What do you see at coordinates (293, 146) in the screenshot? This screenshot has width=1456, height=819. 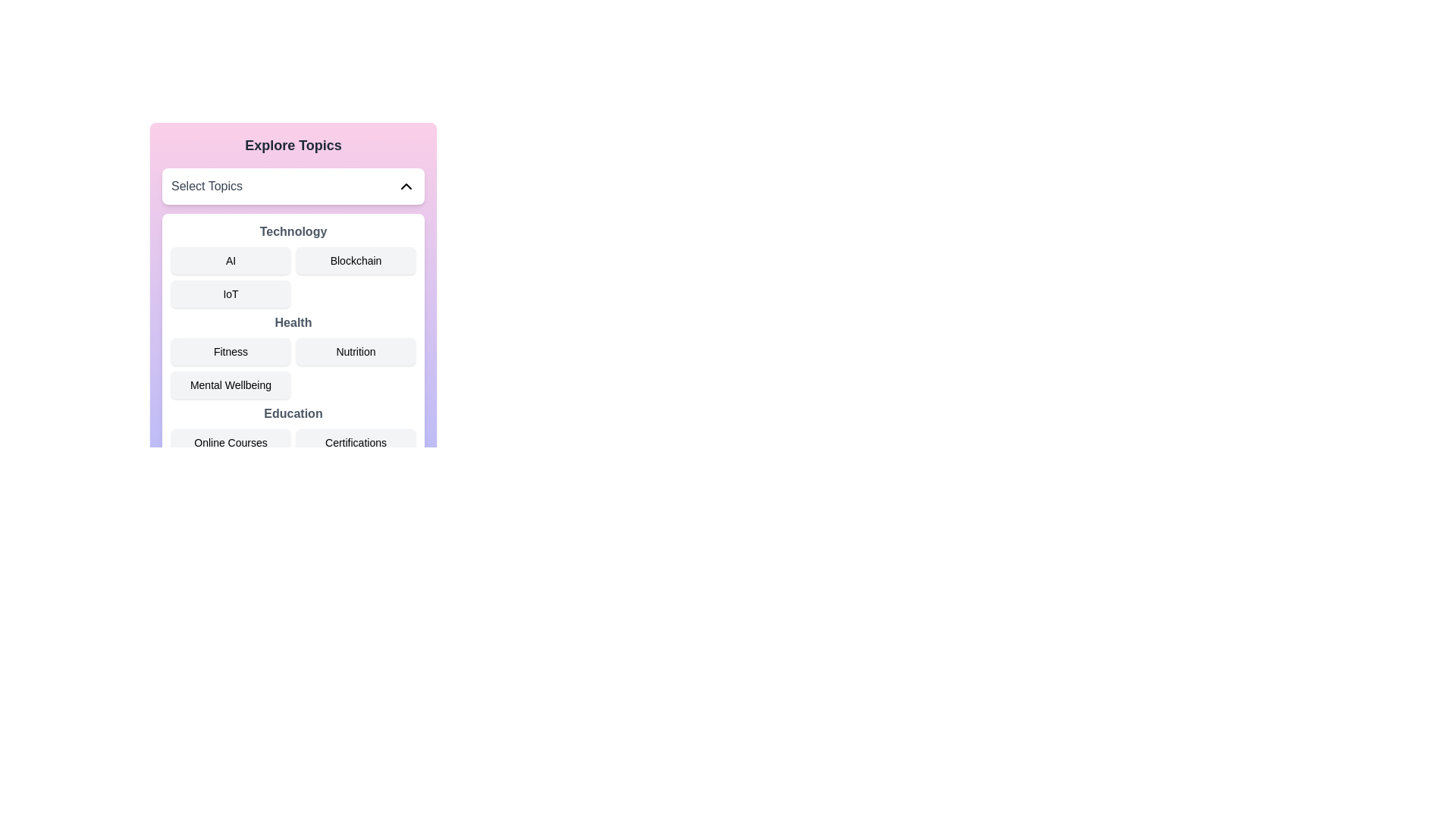 I see `the Text Label that serves as a heading or label, positioned at the top of a panel with a gradient background, directly above the 'Select Topics' section` at bounding box center [293, 146].